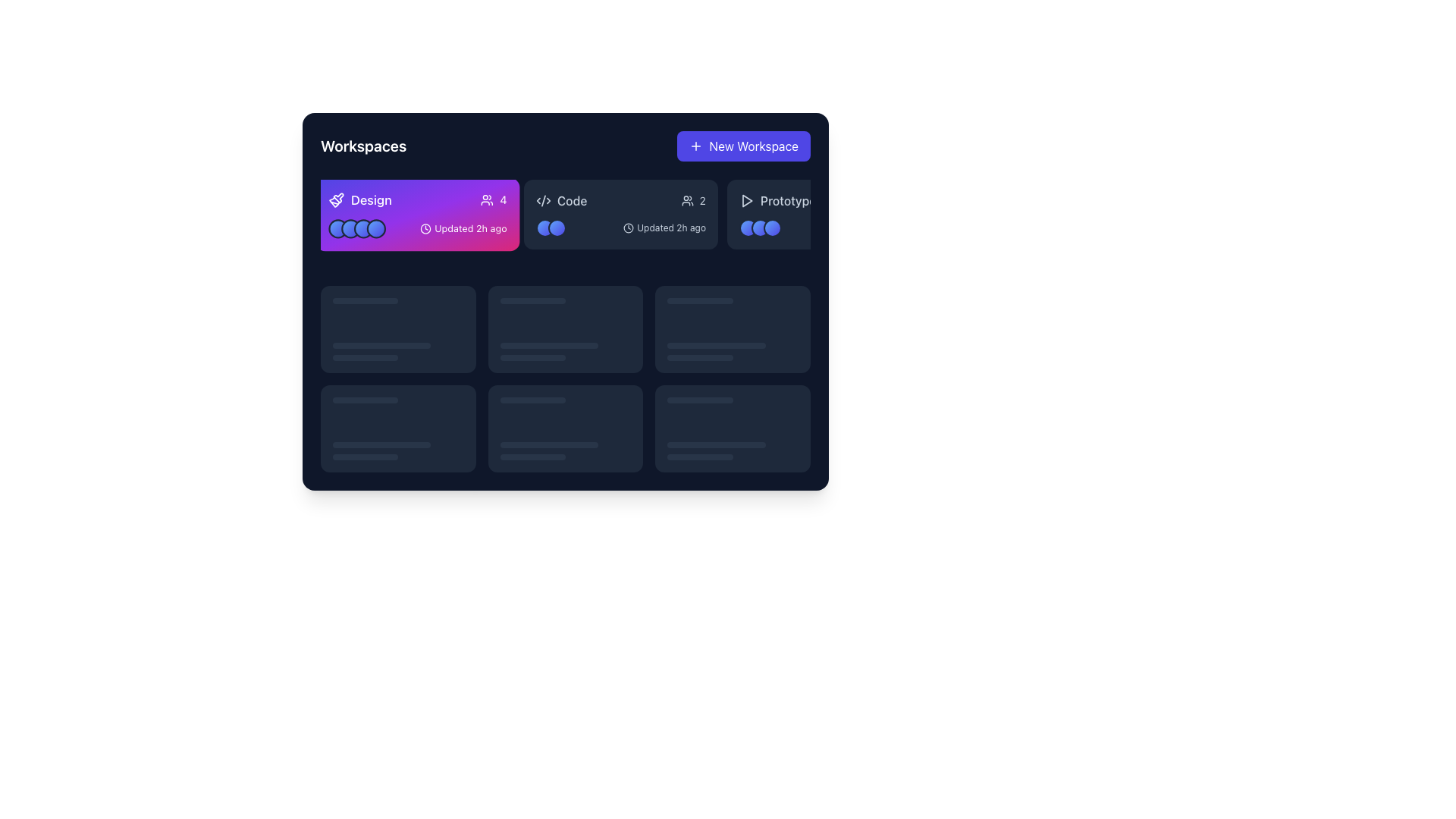 The image size is (1456, 819). Describe the element at coordinates (463, 228) in the screenshot. I see `the Text Label with Icon that provides information about the last update time of the corresponding workspace, located within the 'Design' card in the 'Workspaces' section, to the right of the user count indicator and below the card's header` at that location.